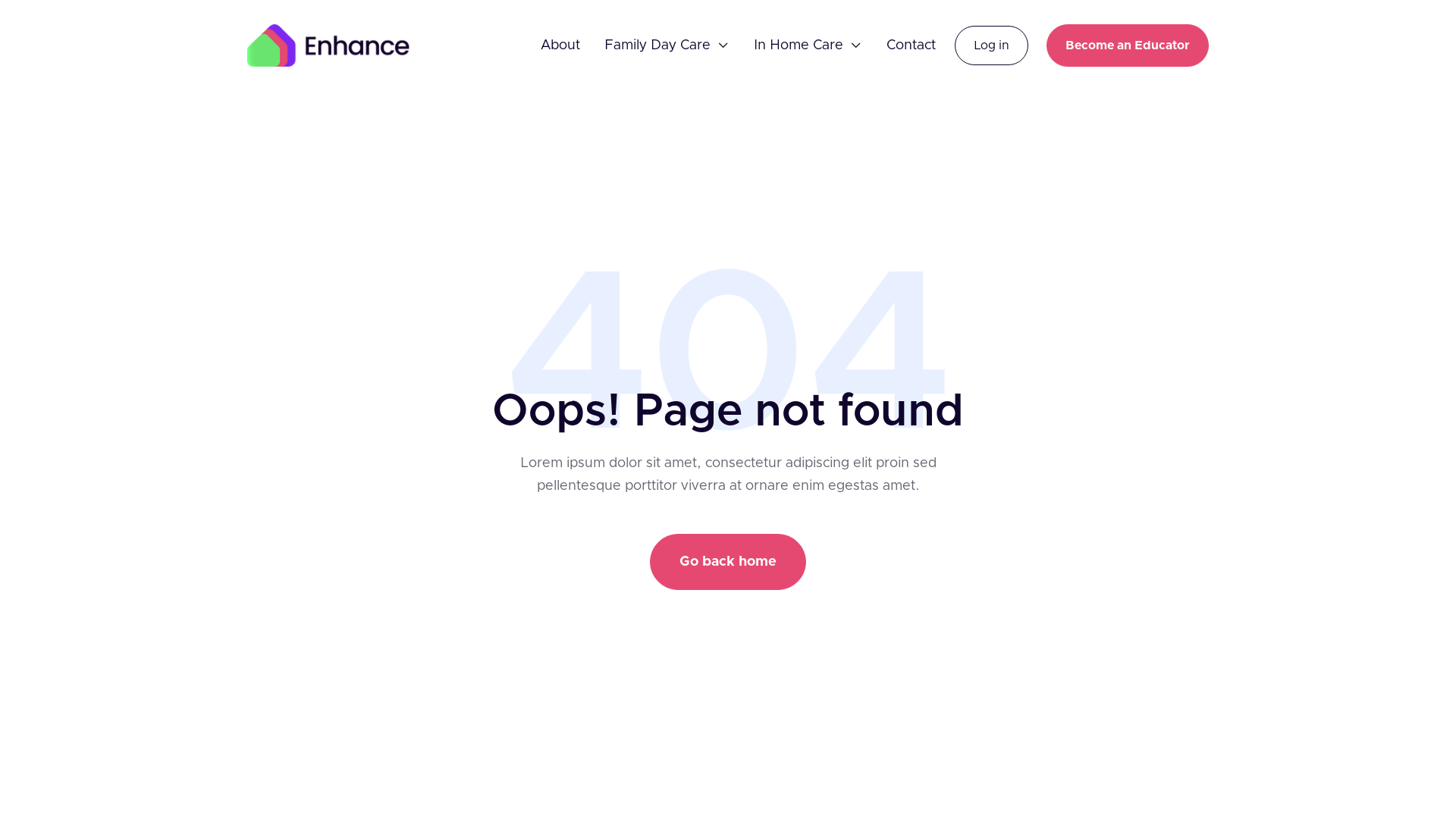  What do you see at coordinates (797, 45) in the screenshot?
I see `'In Home Care'` at bounding box center [797, 45].